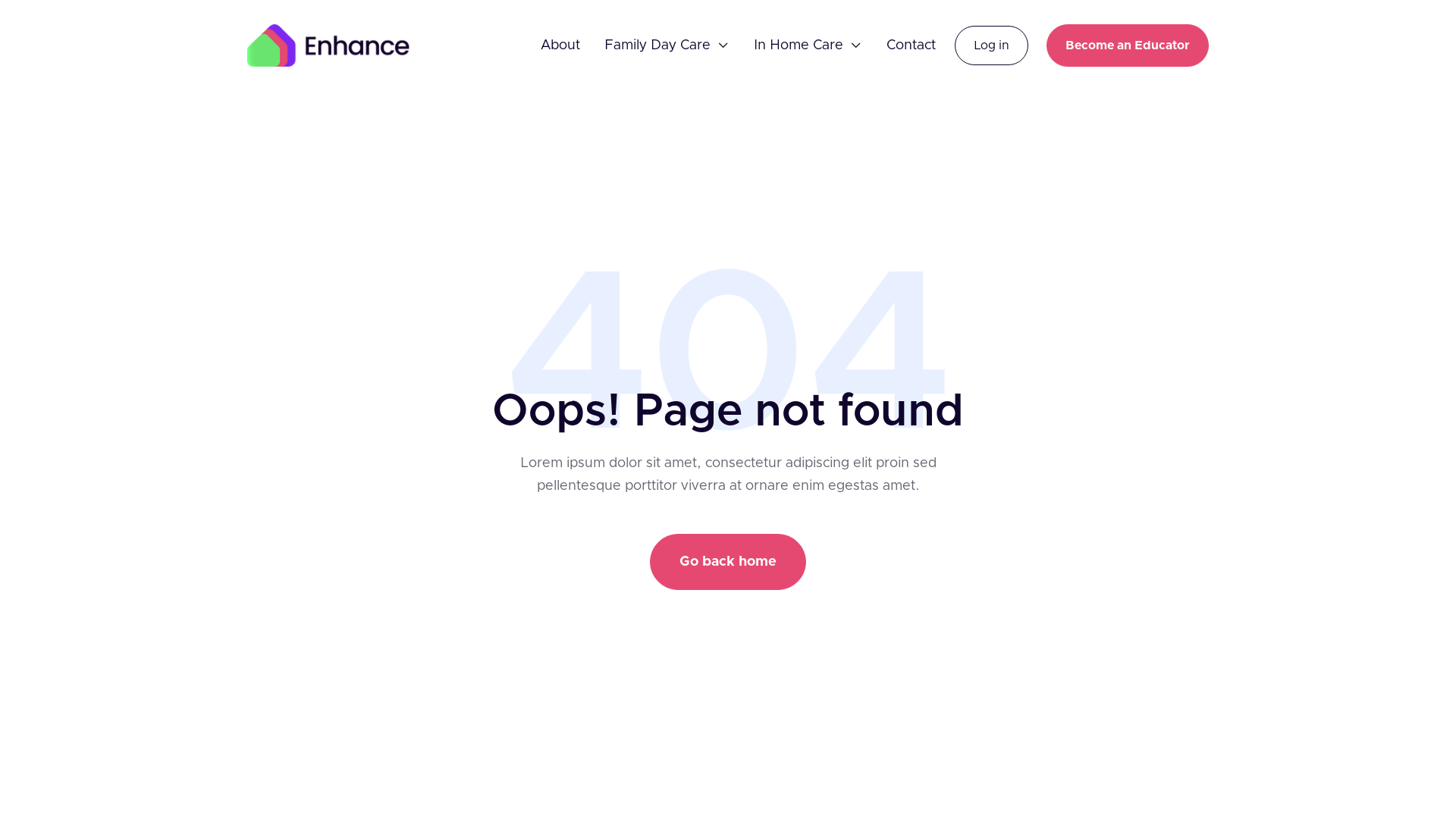  What do you see at coordinates (797, 45) in the screenshot?
I see `'In Home Care'` at bounding box center [797, 45].